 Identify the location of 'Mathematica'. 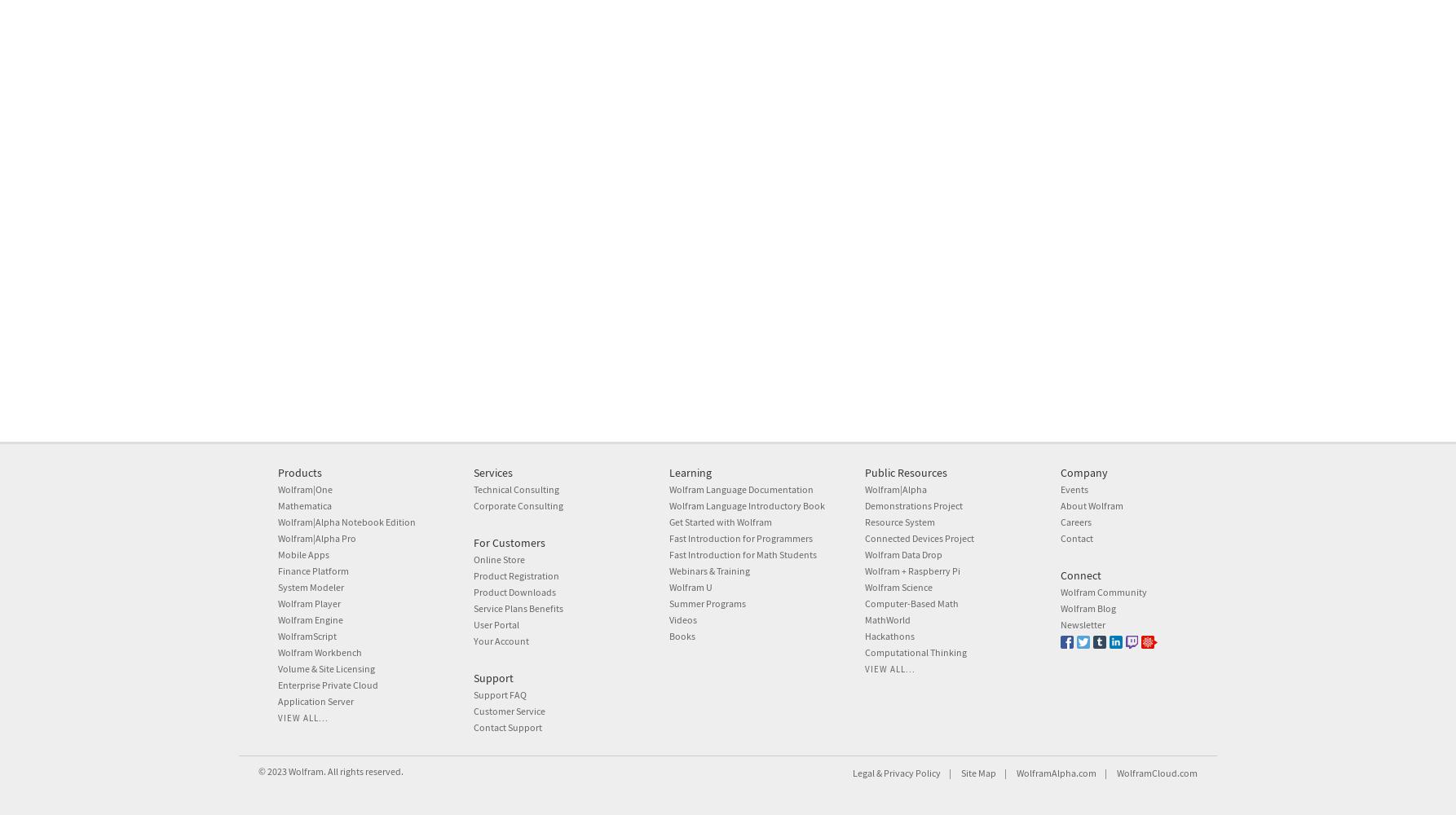
(277, 504).